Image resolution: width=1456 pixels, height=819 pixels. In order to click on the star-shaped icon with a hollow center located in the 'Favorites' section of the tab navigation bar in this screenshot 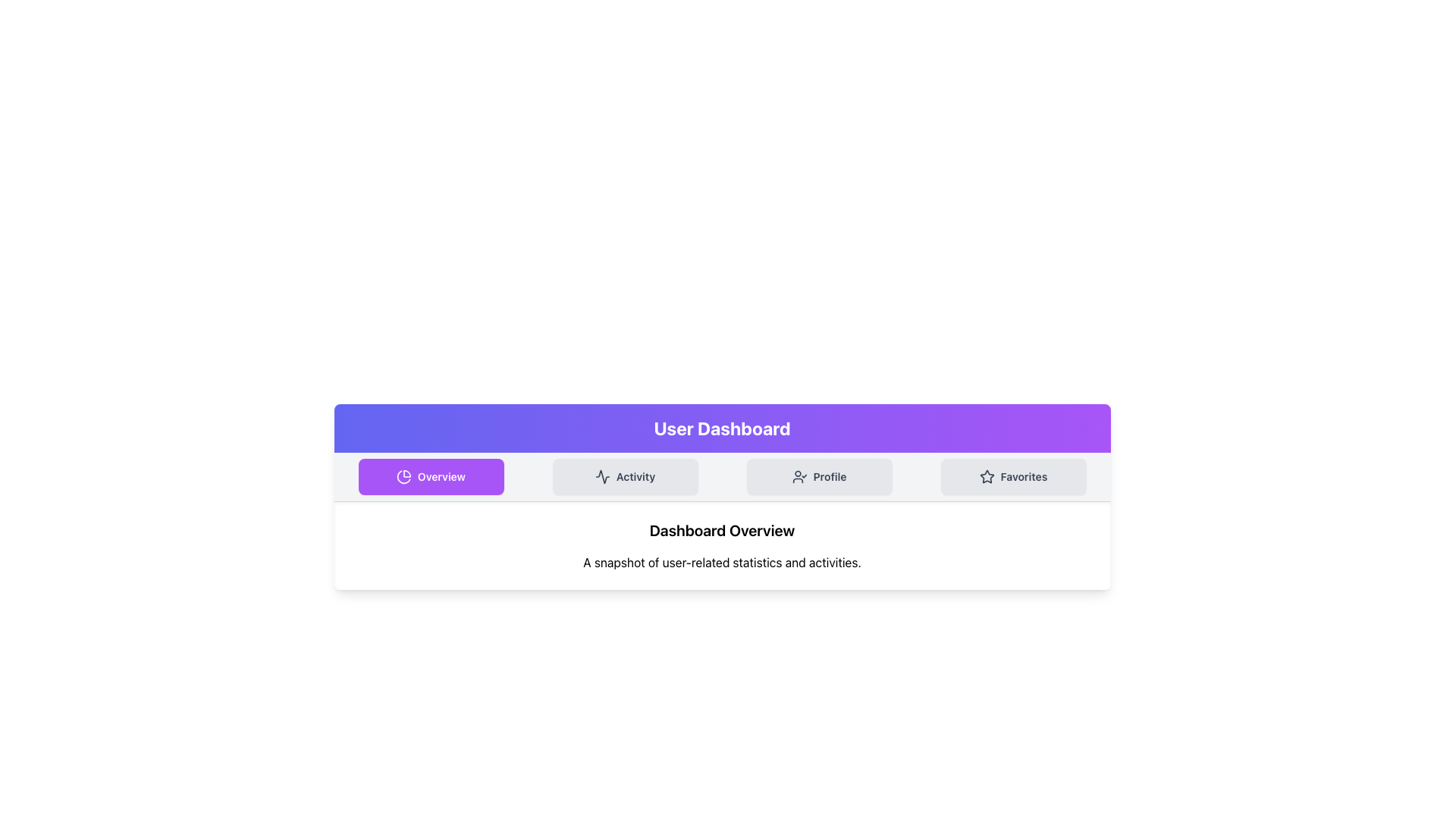, I will do `click(987, 475)`.